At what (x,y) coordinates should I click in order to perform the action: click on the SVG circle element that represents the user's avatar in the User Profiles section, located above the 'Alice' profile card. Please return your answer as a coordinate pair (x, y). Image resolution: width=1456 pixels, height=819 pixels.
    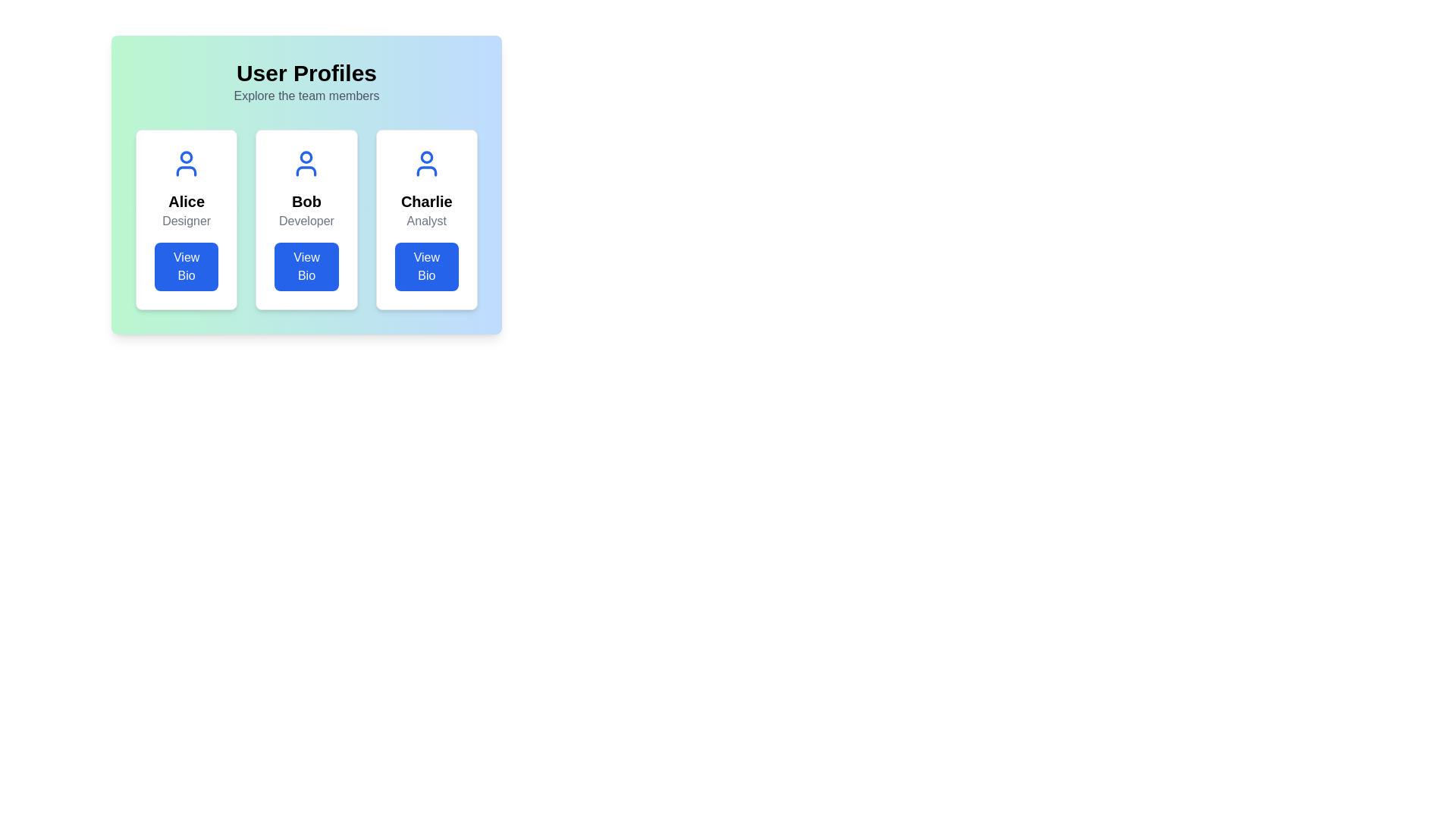
    Looking at the image, I should click on (186, 157).